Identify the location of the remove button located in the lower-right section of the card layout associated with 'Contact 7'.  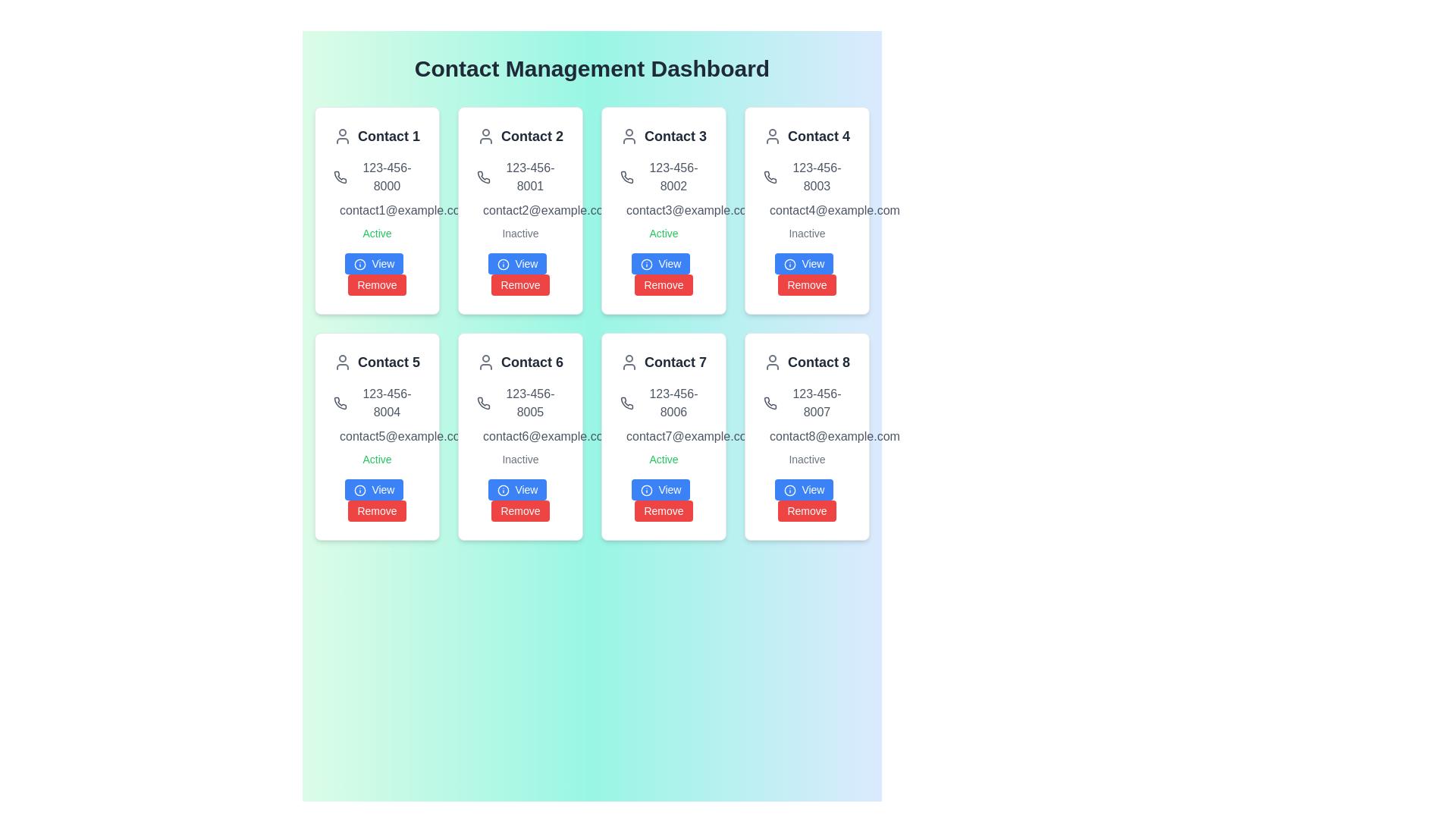
(664, 511).